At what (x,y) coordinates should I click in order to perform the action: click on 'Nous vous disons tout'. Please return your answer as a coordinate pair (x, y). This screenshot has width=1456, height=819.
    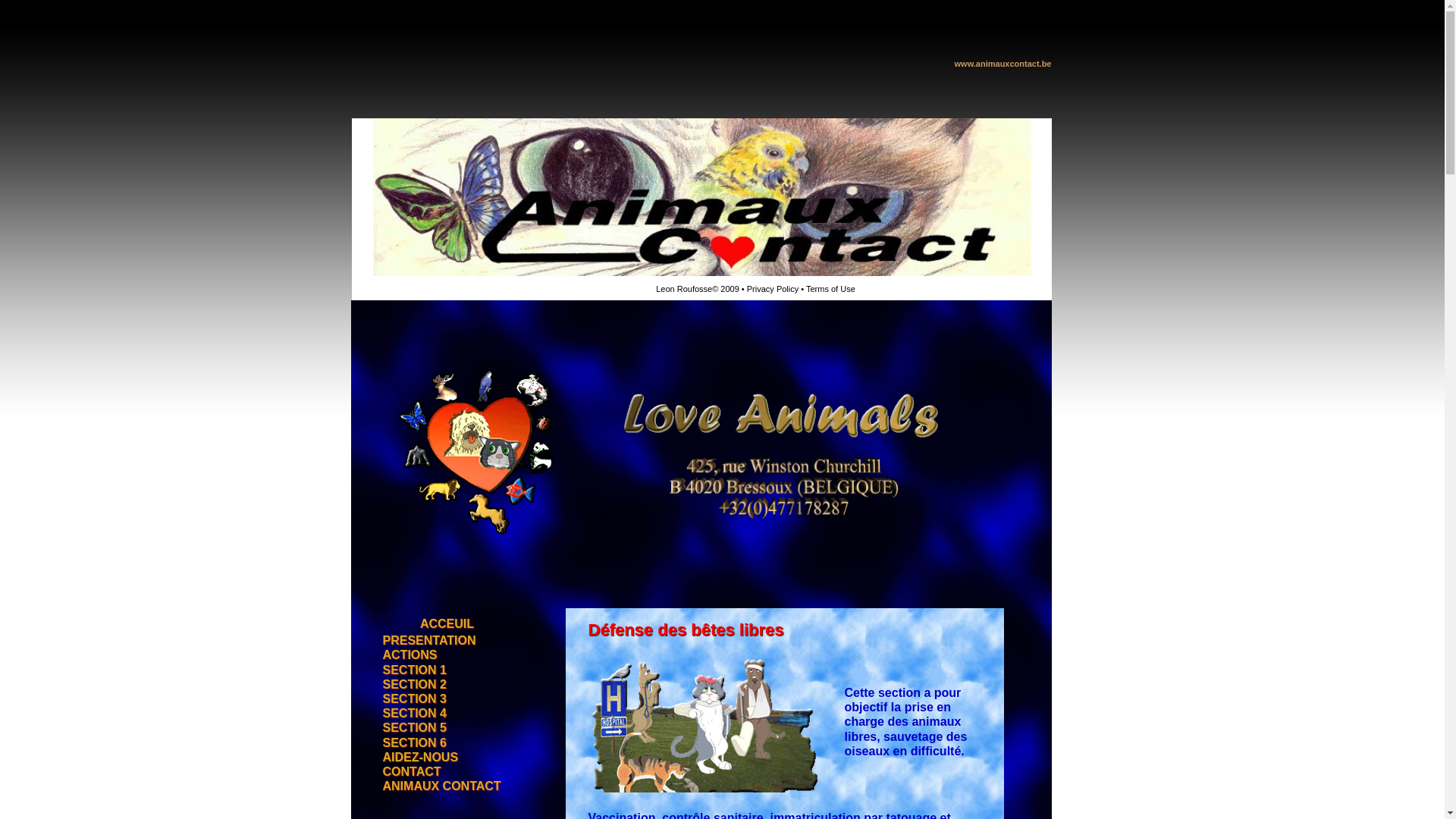
    Looking at the image, I should click on (442, 520).